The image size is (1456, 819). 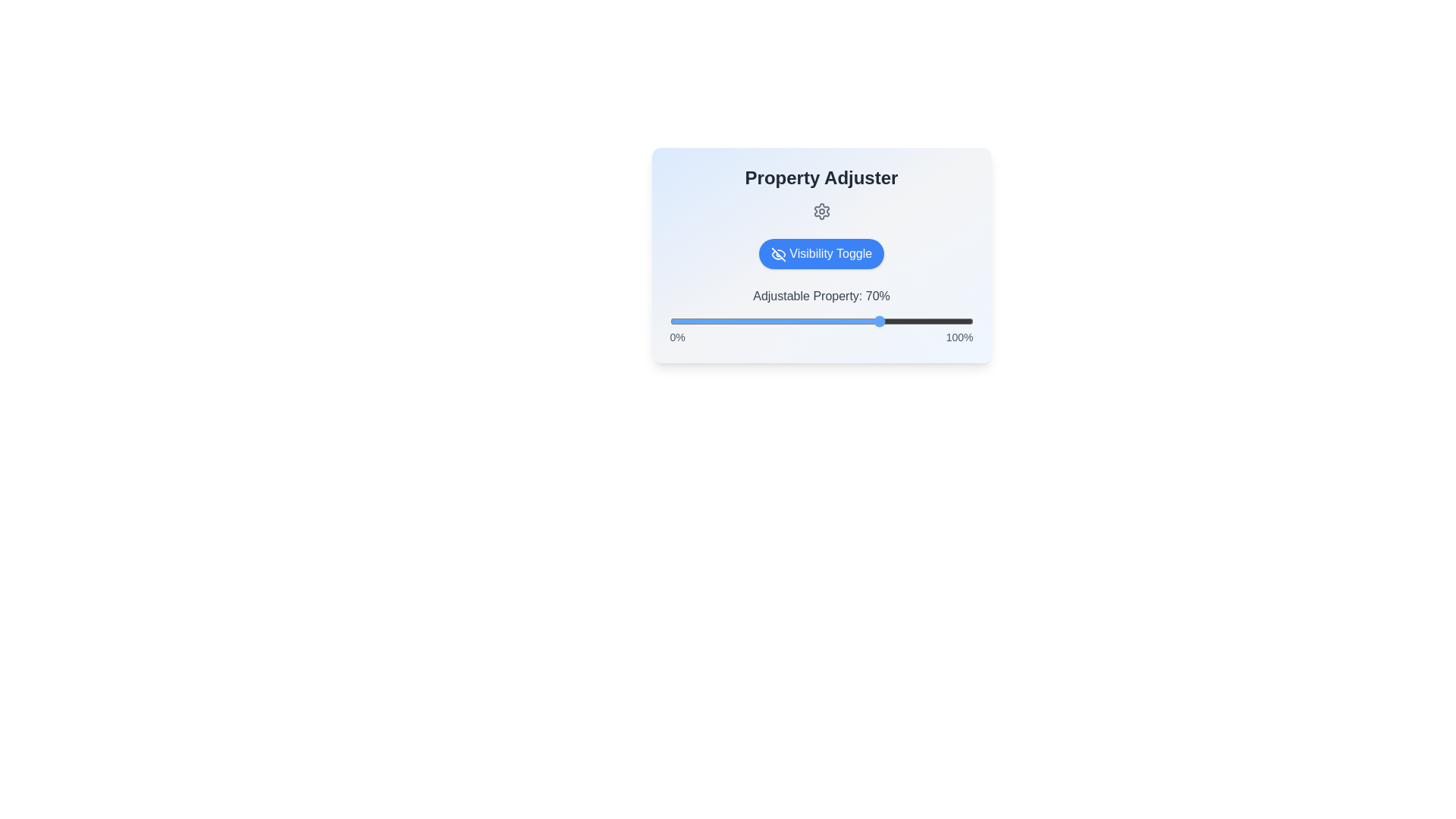 I want to click on 'Visibility Toggle' button to toggle the visibility of the adjustable property section, so click(x=821, y=253).